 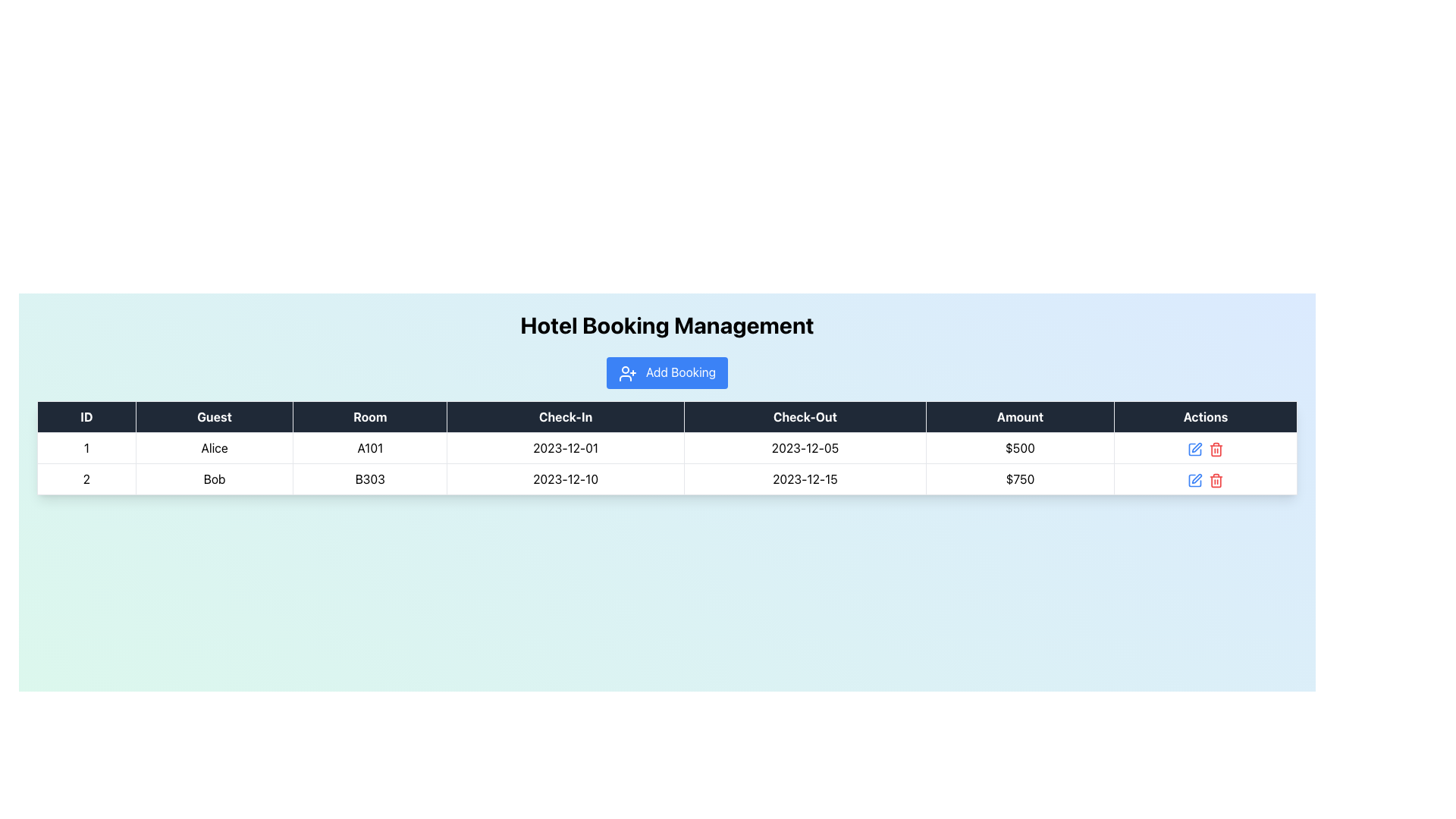 What do you see at coordinates (565, 479) in the screenshot?
I see `static text field displaying the date '2023-12-10' located in the 'Check-In' column of the table for 'Bob'` at bounding box center [565, 479].